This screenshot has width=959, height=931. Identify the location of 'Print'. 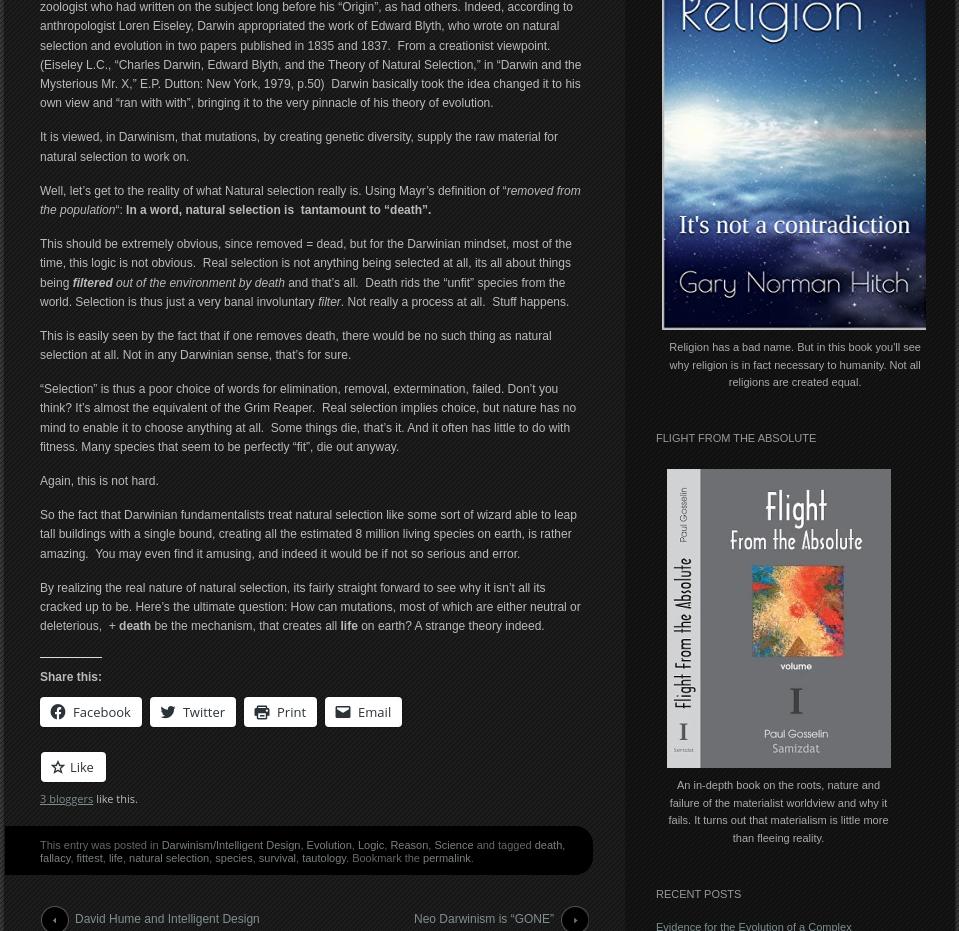
(290, 710).